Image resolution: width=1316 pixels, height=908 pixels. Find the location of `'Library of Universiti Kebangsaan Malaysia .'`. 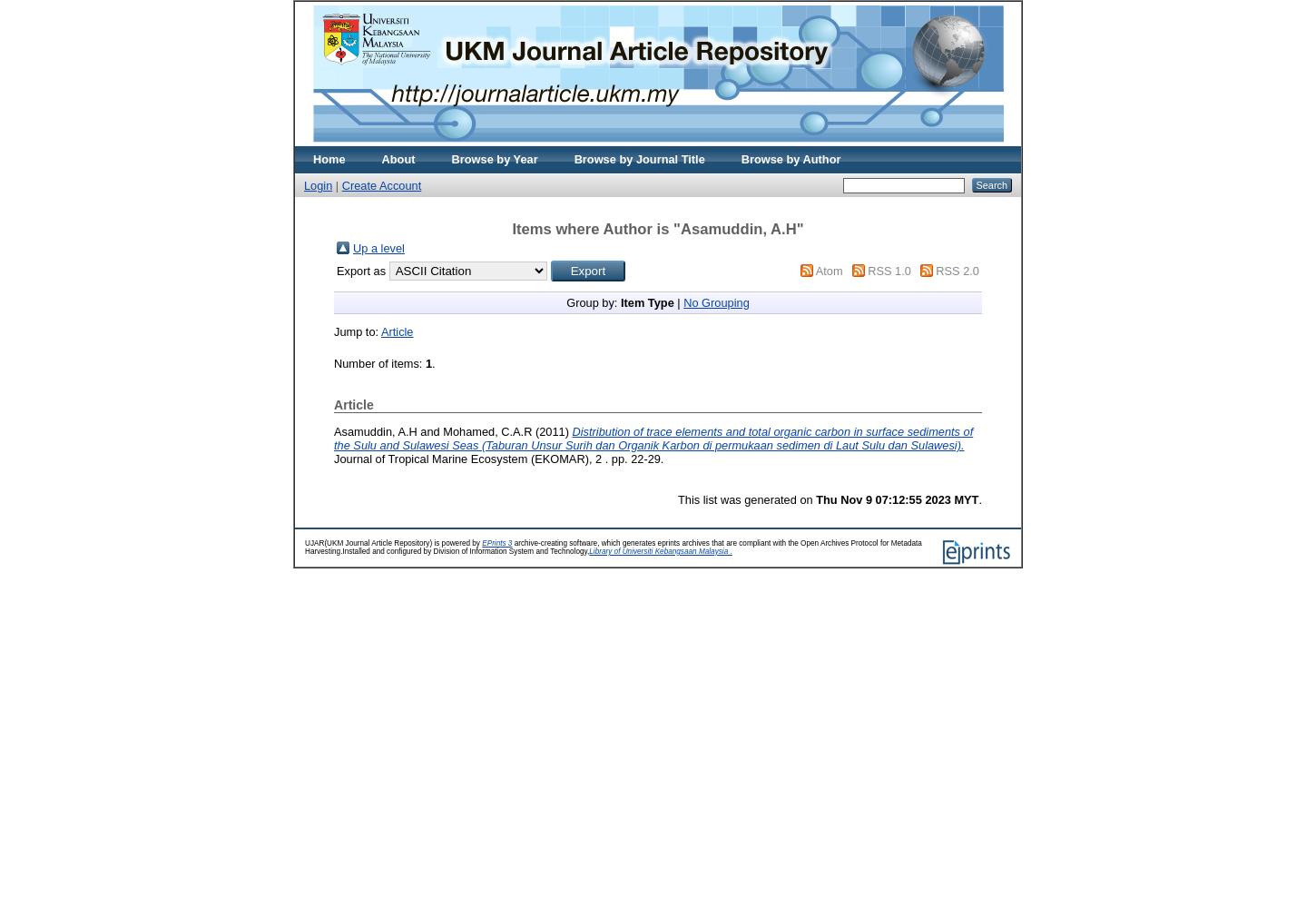

'Library of Universiti Kebangsaan Malaysia .' is located at coordinates (588, 549).